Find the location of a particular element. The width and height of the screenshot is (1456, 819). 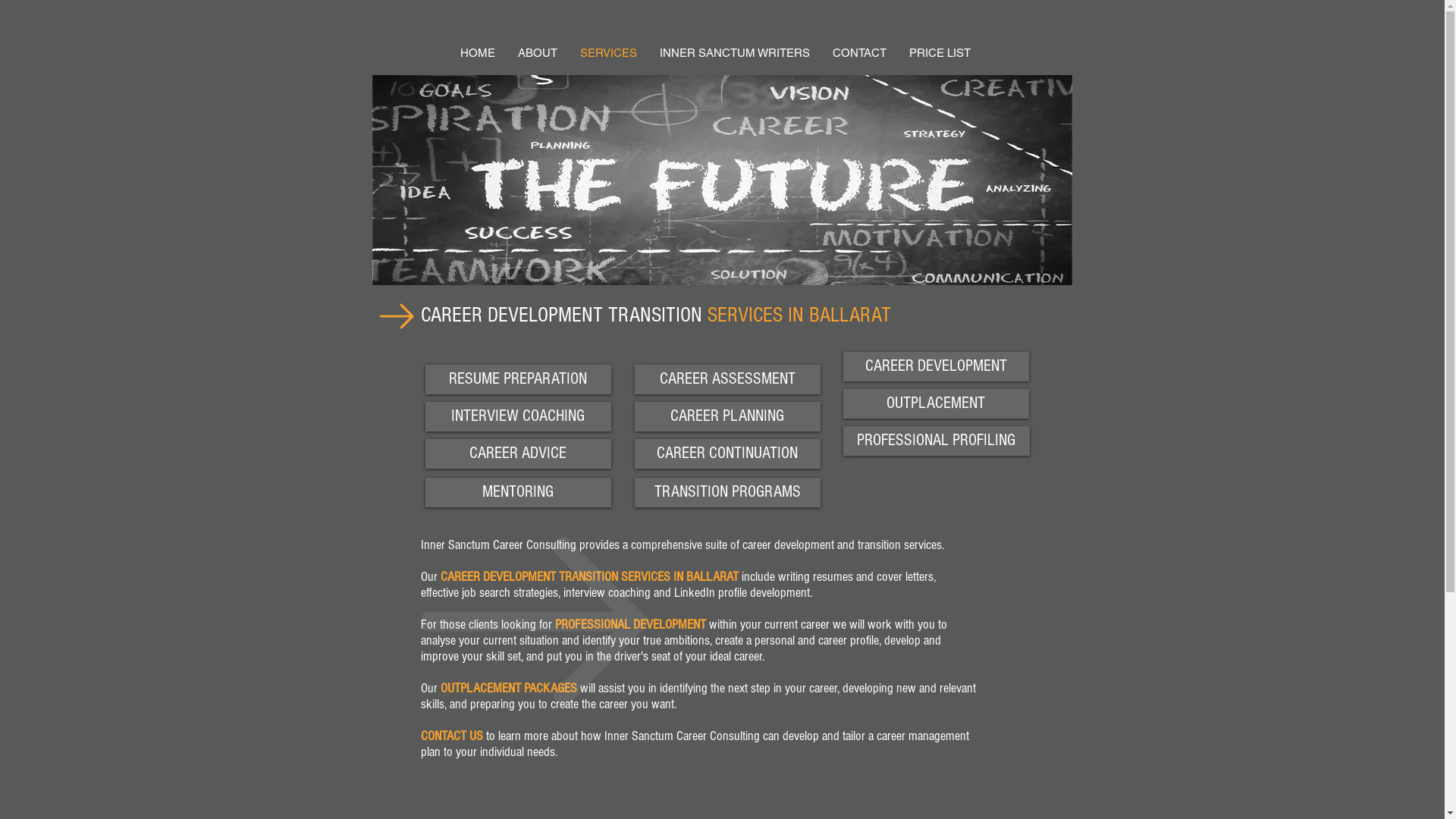

'INNER SANCTUM WRITERS' is located at coordinates (734, 52).